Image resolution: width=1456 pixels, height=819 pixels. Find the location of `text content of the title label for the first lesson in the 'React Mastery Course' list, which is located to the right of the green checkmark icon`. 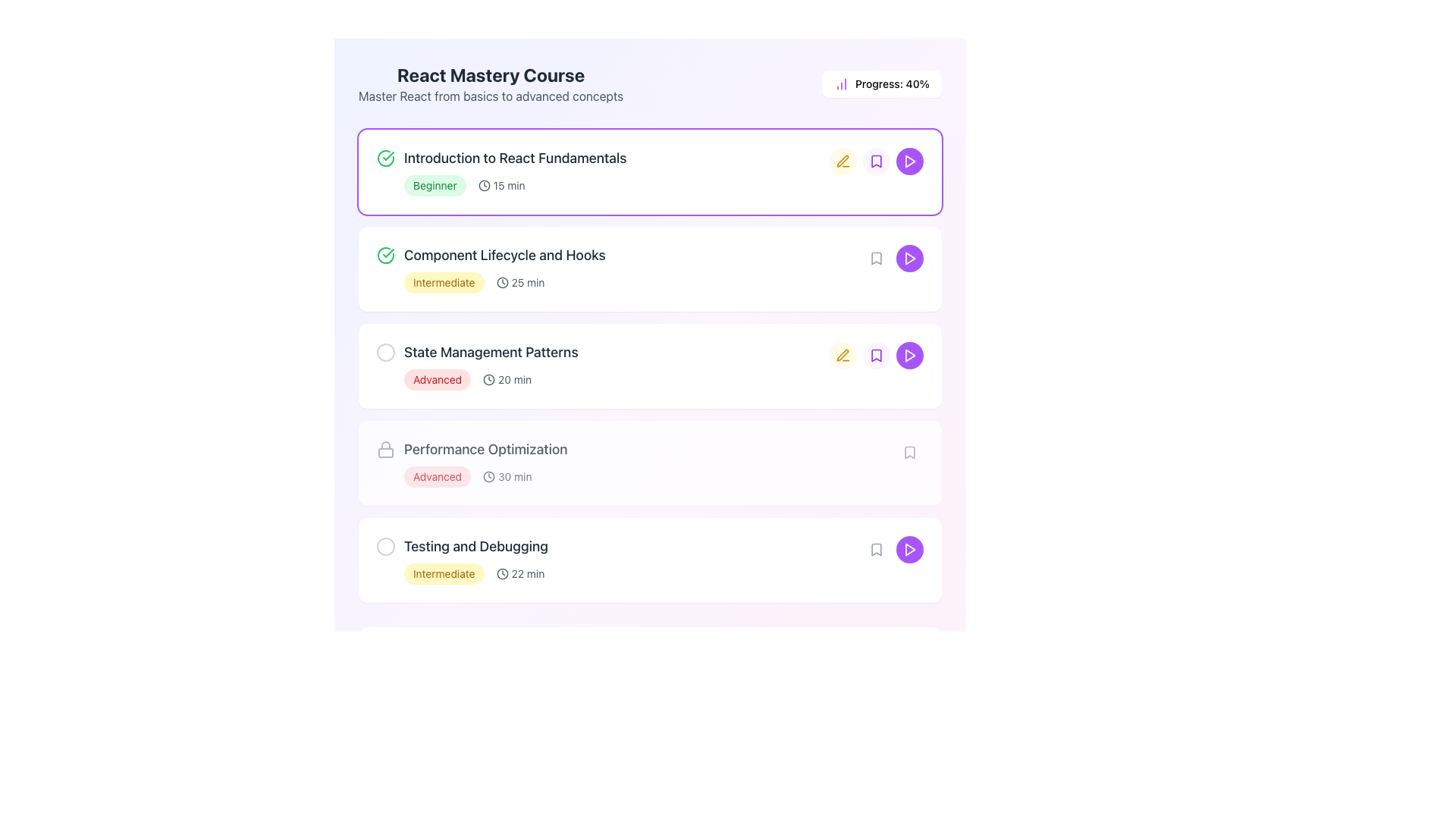

text content of the title label for the first lesson in the 'React Mastery Course' list, which is located to the right of the green checkmark icon is located at coordinates (515, 158).